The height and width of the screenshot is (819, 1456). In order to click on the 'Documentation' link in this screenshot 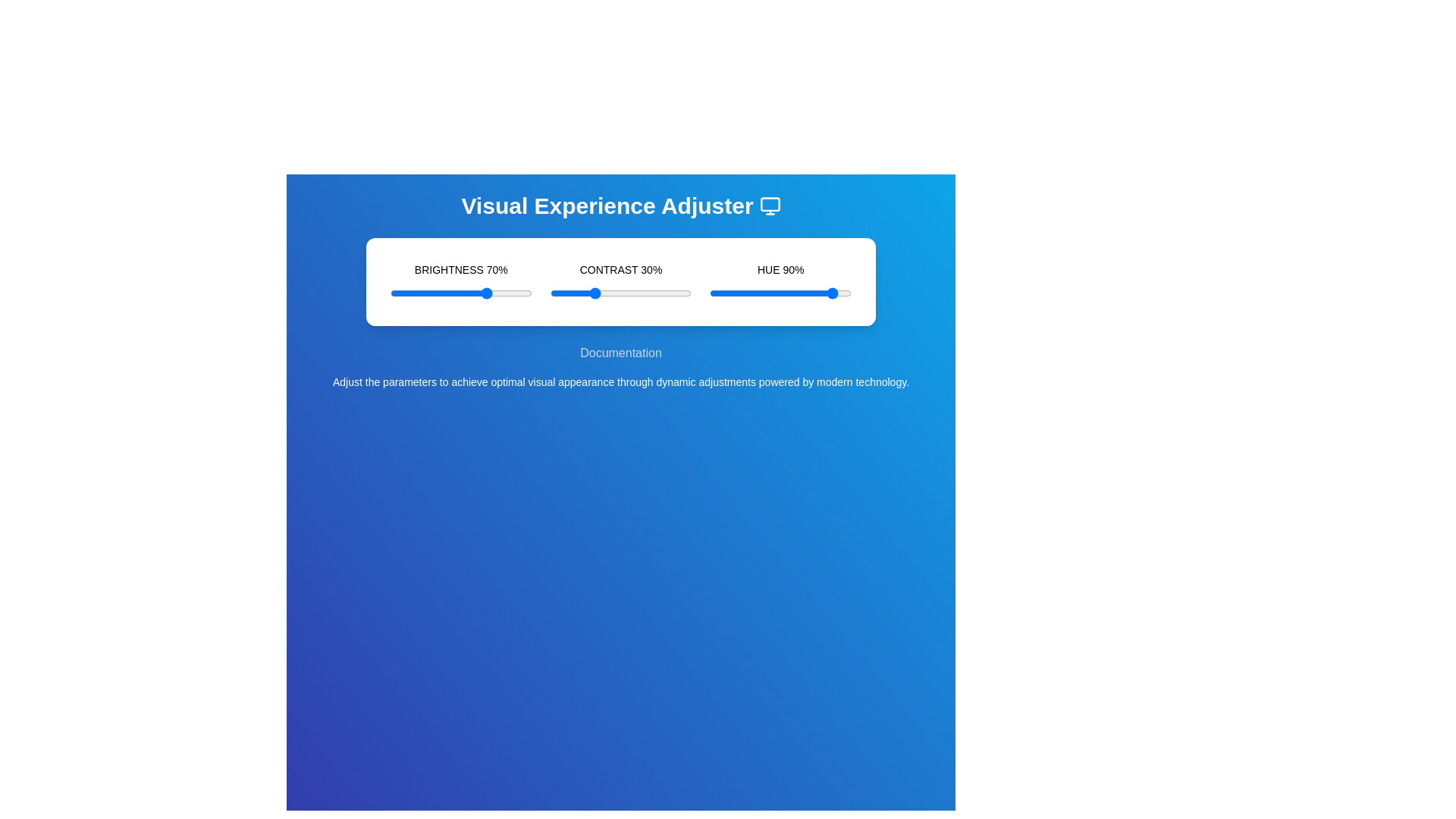, I will do `click(621, 353)`.